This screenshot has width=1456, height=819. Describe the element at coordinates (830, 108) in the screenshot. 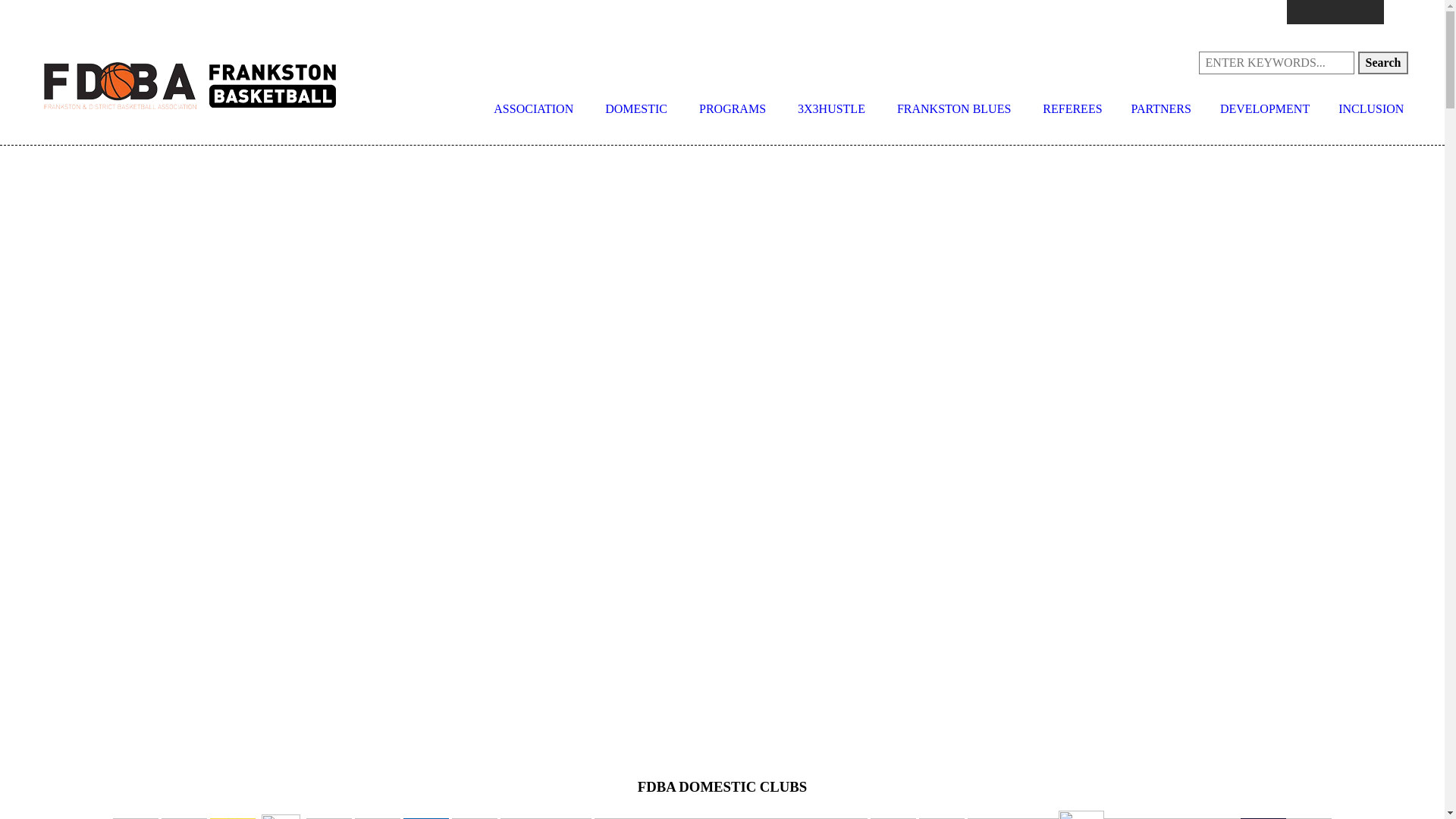

I see `'3X3HUSTLE'` at that location.